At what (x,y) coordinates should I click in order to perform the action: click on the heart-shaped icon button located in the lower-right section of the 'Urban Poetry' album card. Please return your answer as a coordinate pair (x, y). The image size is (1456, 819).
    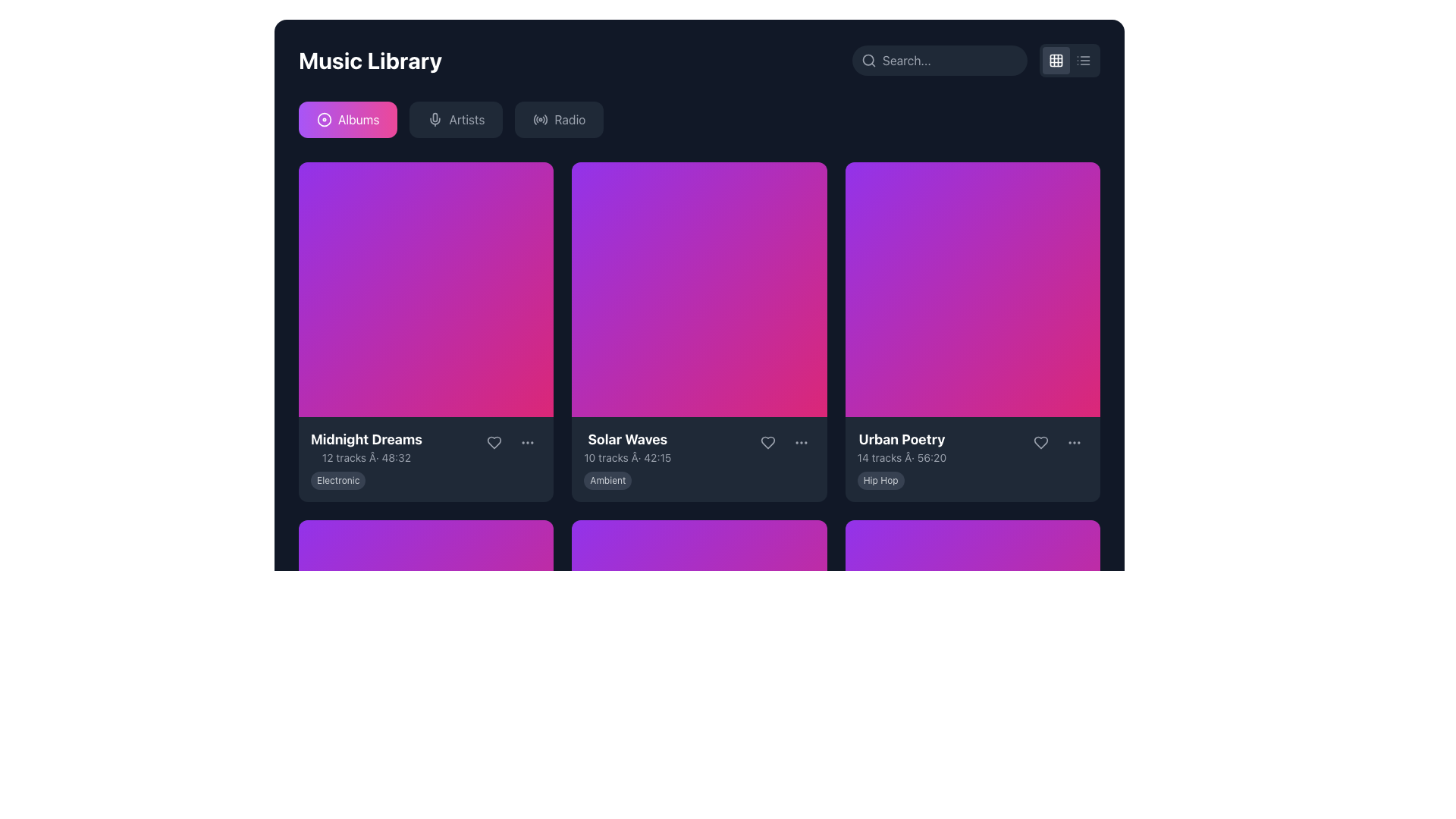
    Looking at the image, I should click on (1040, 442).